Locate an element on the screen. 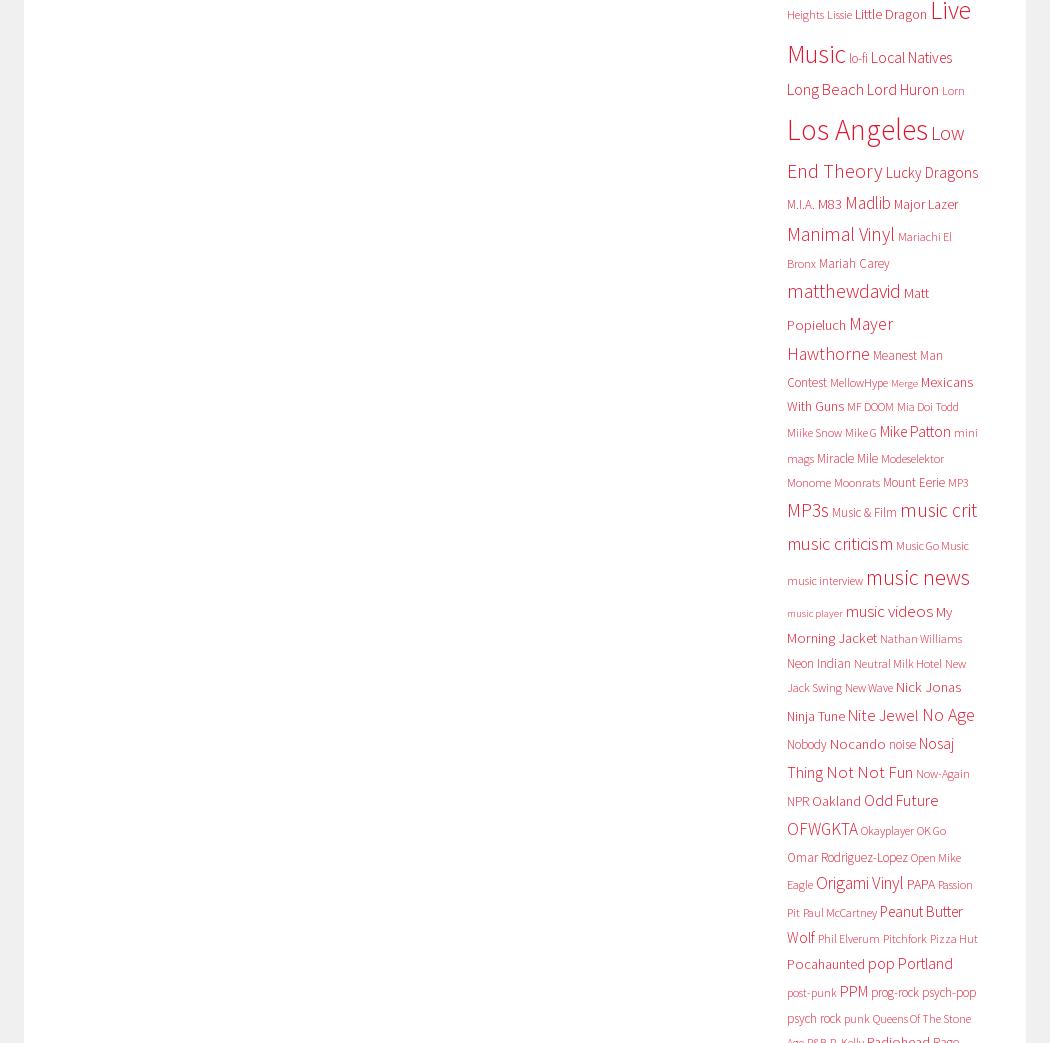 This screenshot has height=1043, width=1050. 'Madlib' is located at coordinates (865, 201).